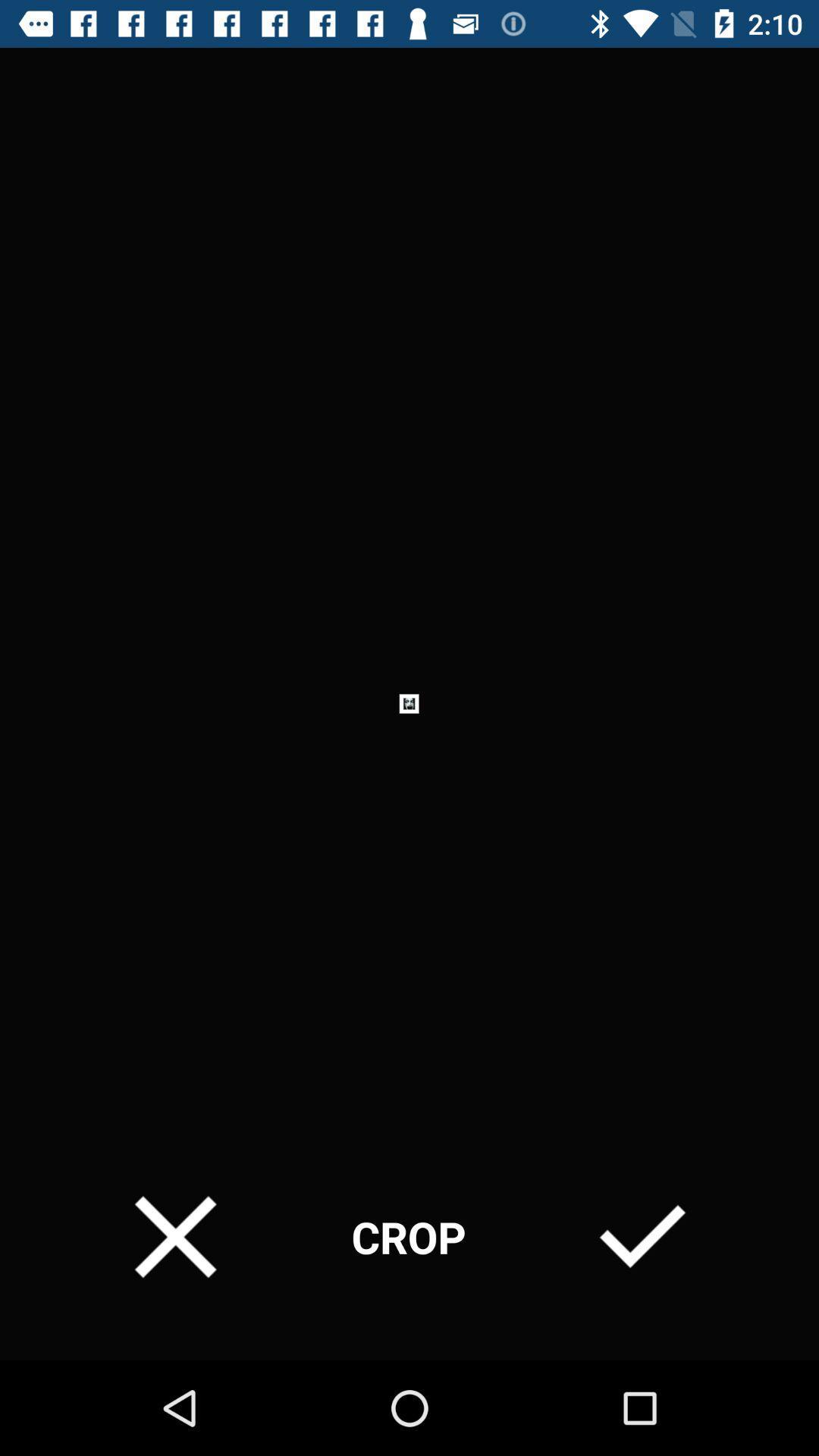 This screenshot has width=819, height=1456. What do you see at coordinates (642, 1237) in the screenshot?
I see `the icon to the right of the crop icon` at bounding box center [642, 1237].